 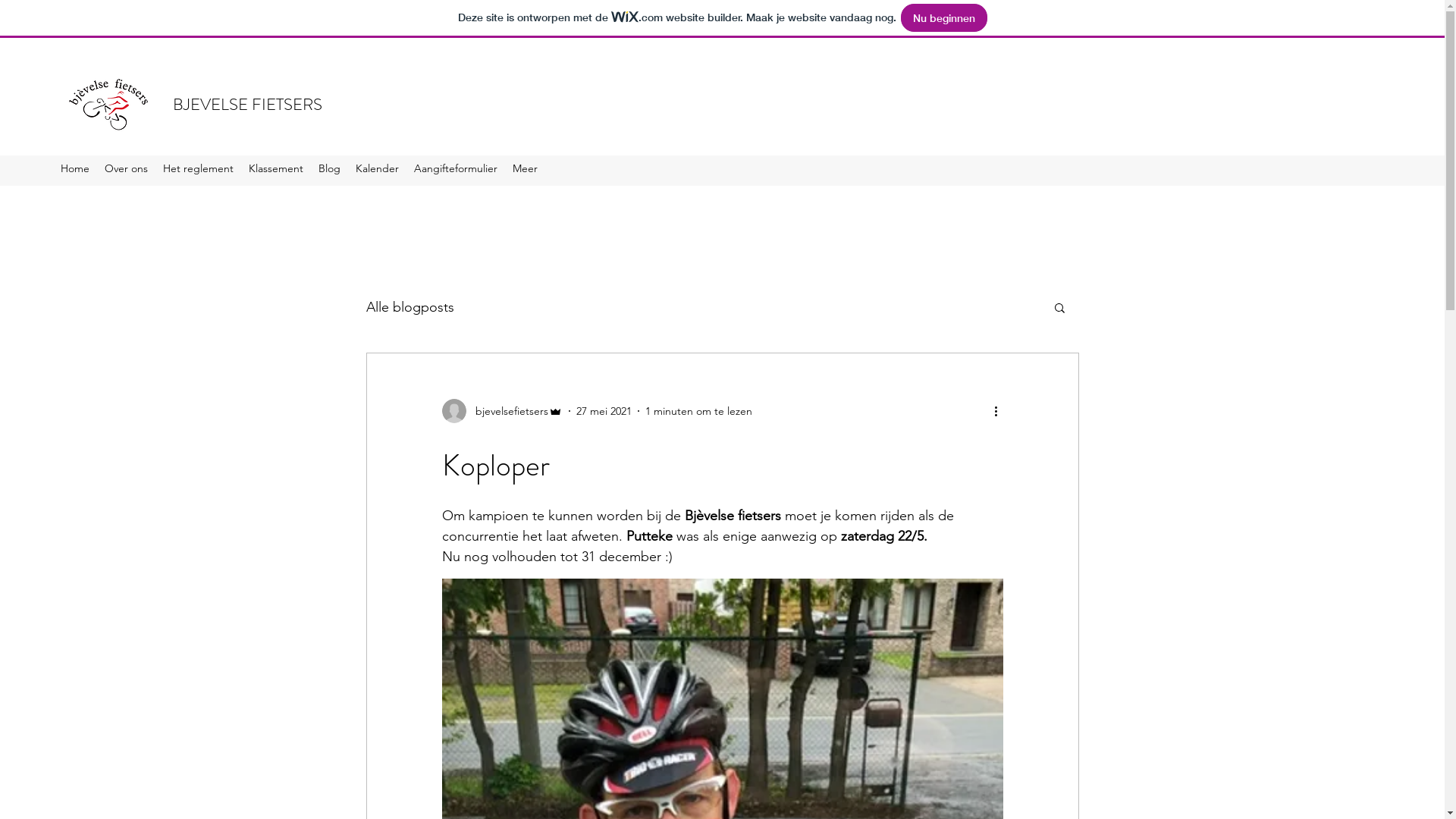 I want to click on 'BJEVELSE FIETSERS', so click(x=247, y=103).